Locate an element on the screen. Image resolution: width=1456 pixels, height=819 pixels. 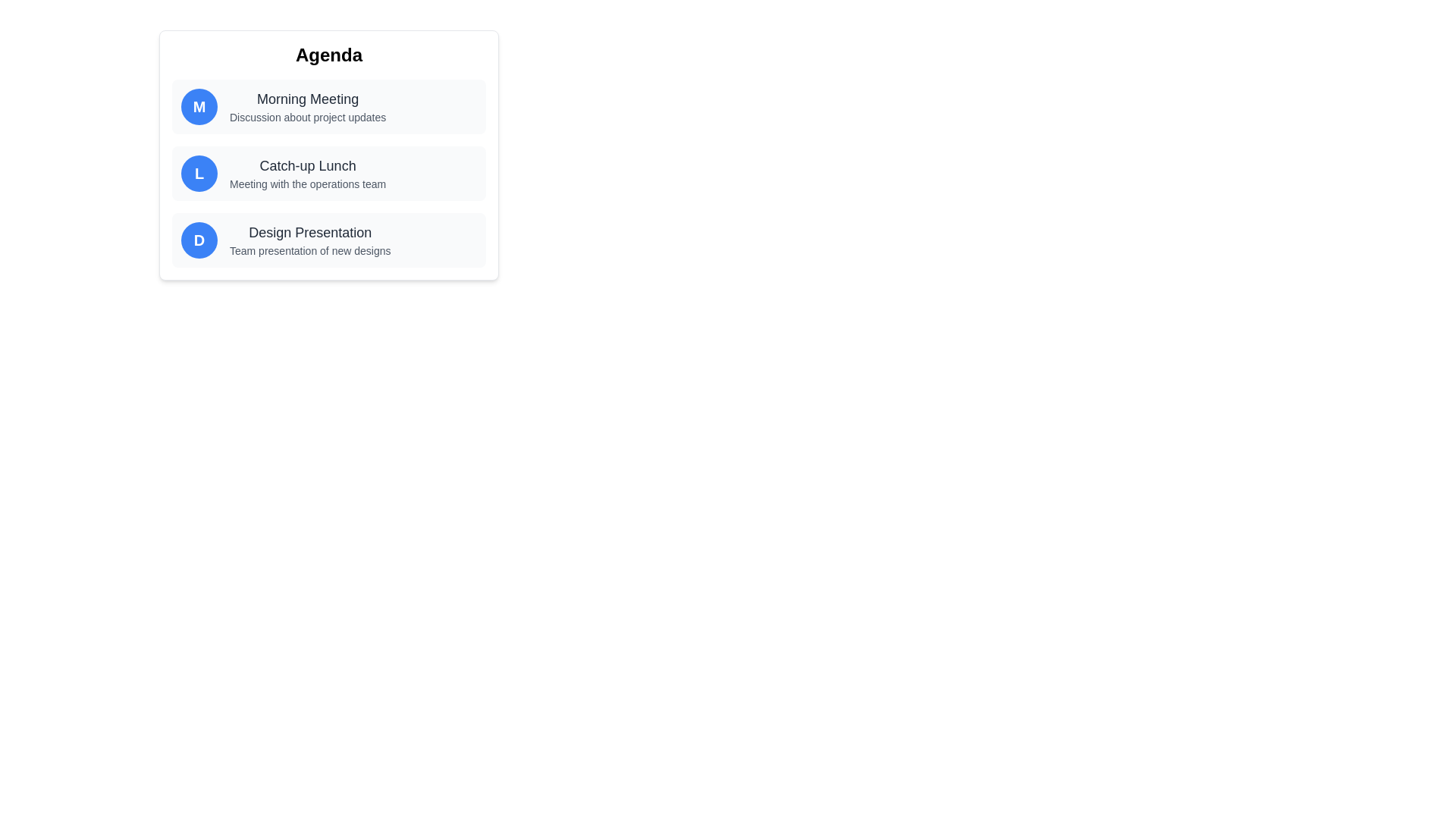
the second agenda item in the vertically stacked list, which consists of a blue circular icon with a letter, a bold title, and a description in lighter text, located below the title 'Agenda' and above the 'Design Presentation' segment is located at coordinates (328, 172).